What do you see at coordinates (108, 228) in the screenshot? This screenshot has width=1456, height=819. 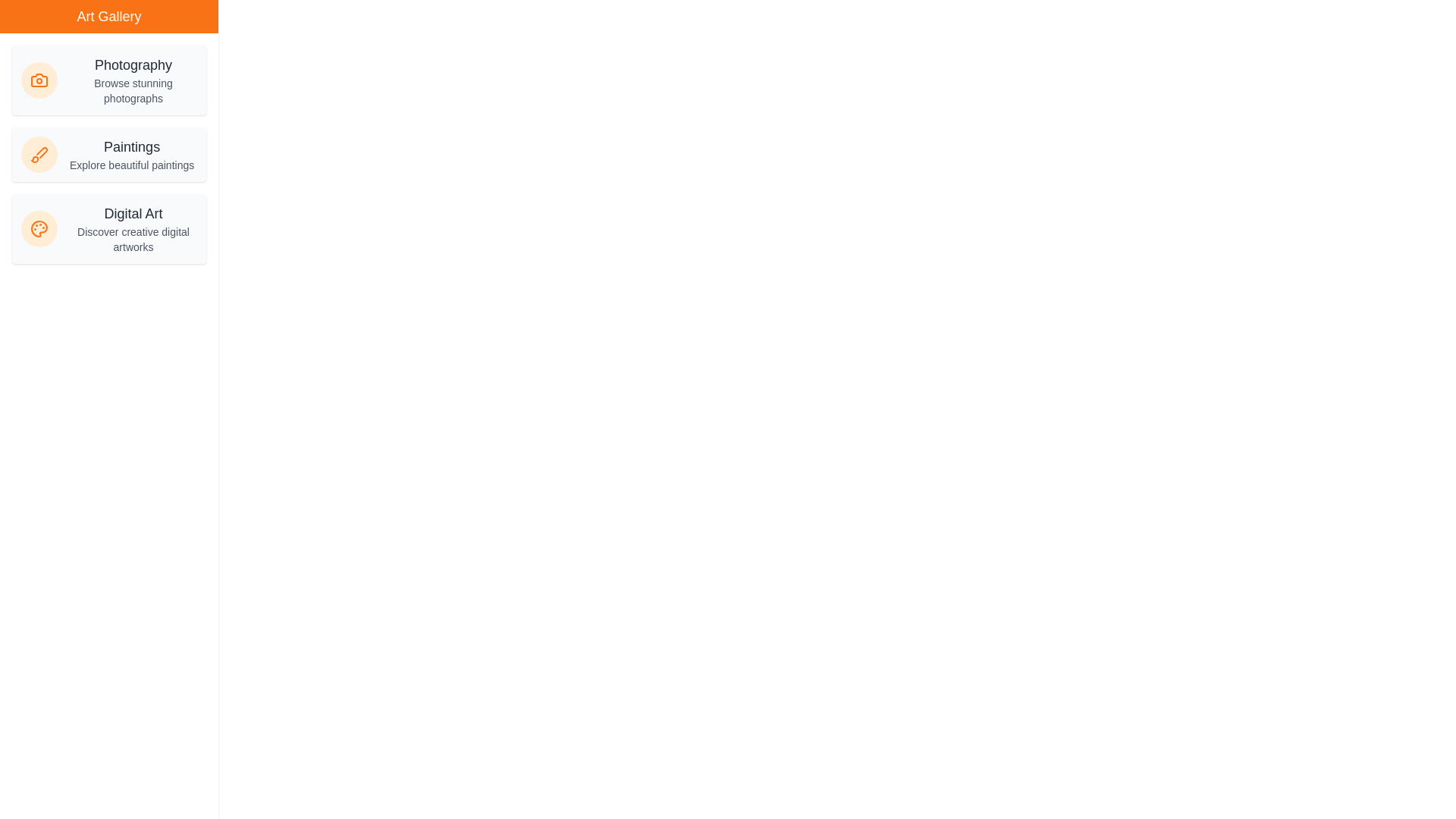 I see `the category item Digital Art` at bounding box center [108, 228].